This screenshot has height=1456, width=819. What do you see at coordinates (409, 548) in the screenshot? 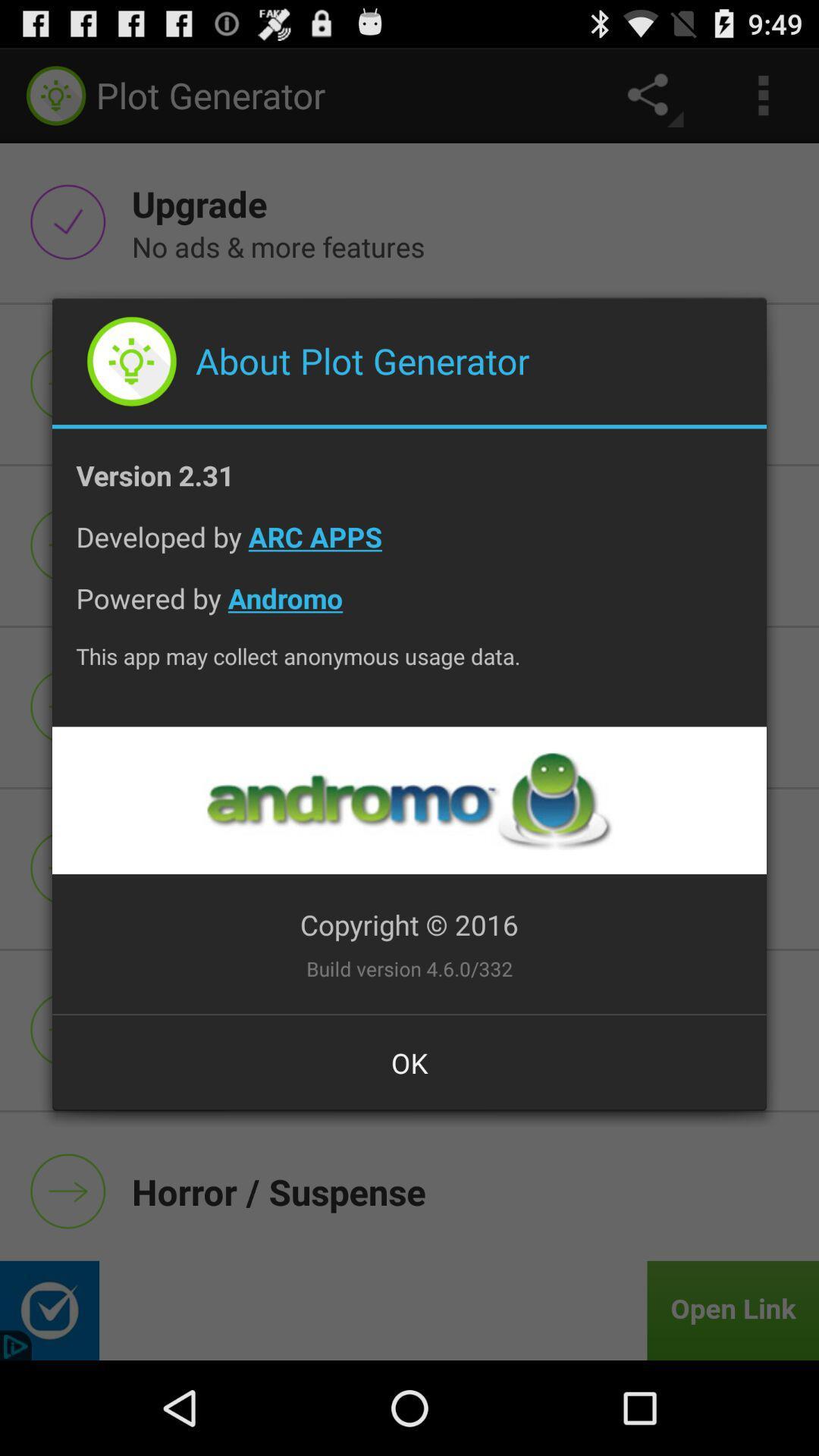
I see `the icon above powered by andromo item` at bounding box center [409, 548].